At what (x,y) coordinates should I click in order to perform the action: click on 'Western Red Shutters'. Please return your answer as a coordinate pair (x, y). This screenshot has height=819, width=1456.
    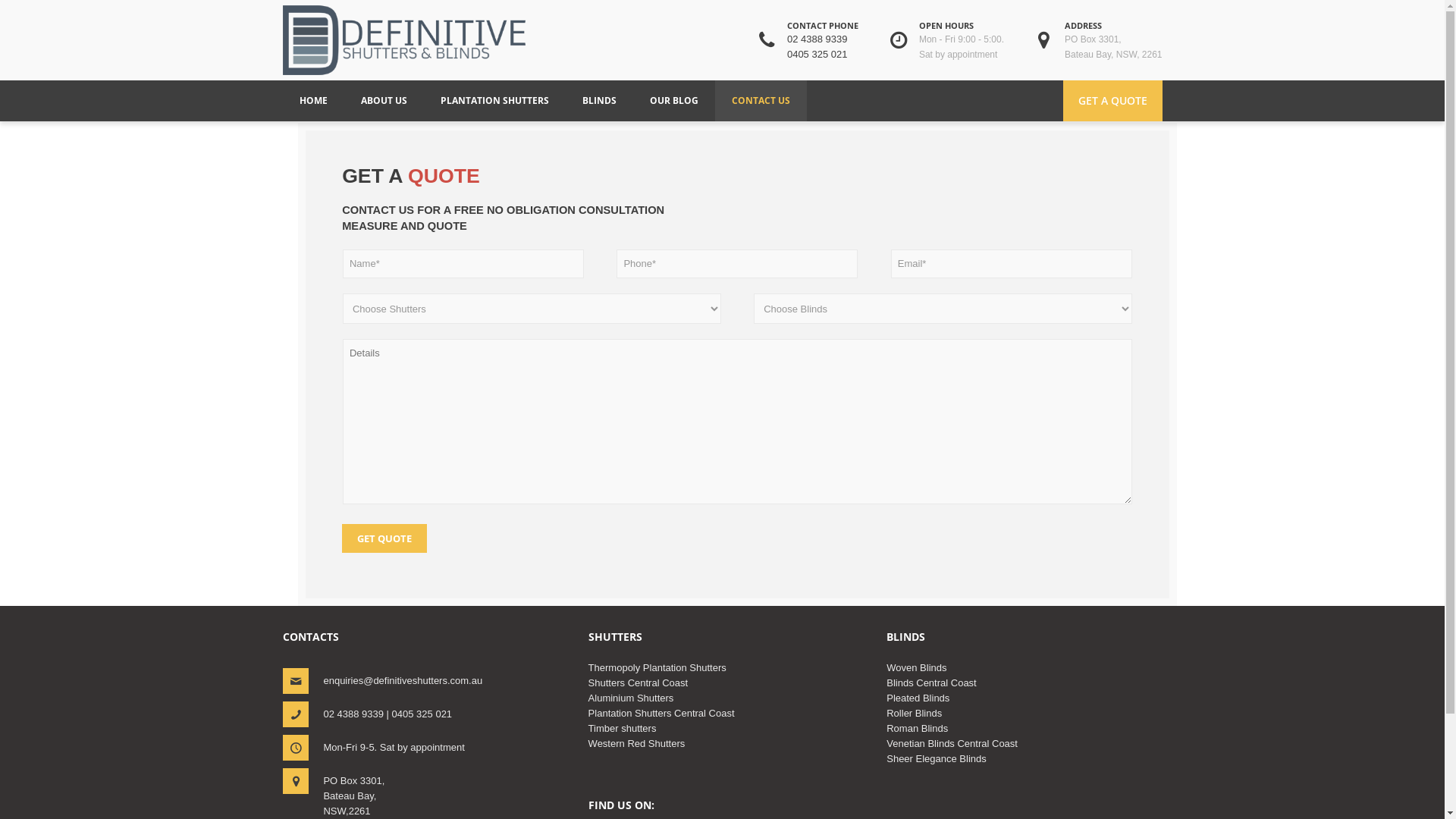
    Looking at the image, I should click on (637, 742).